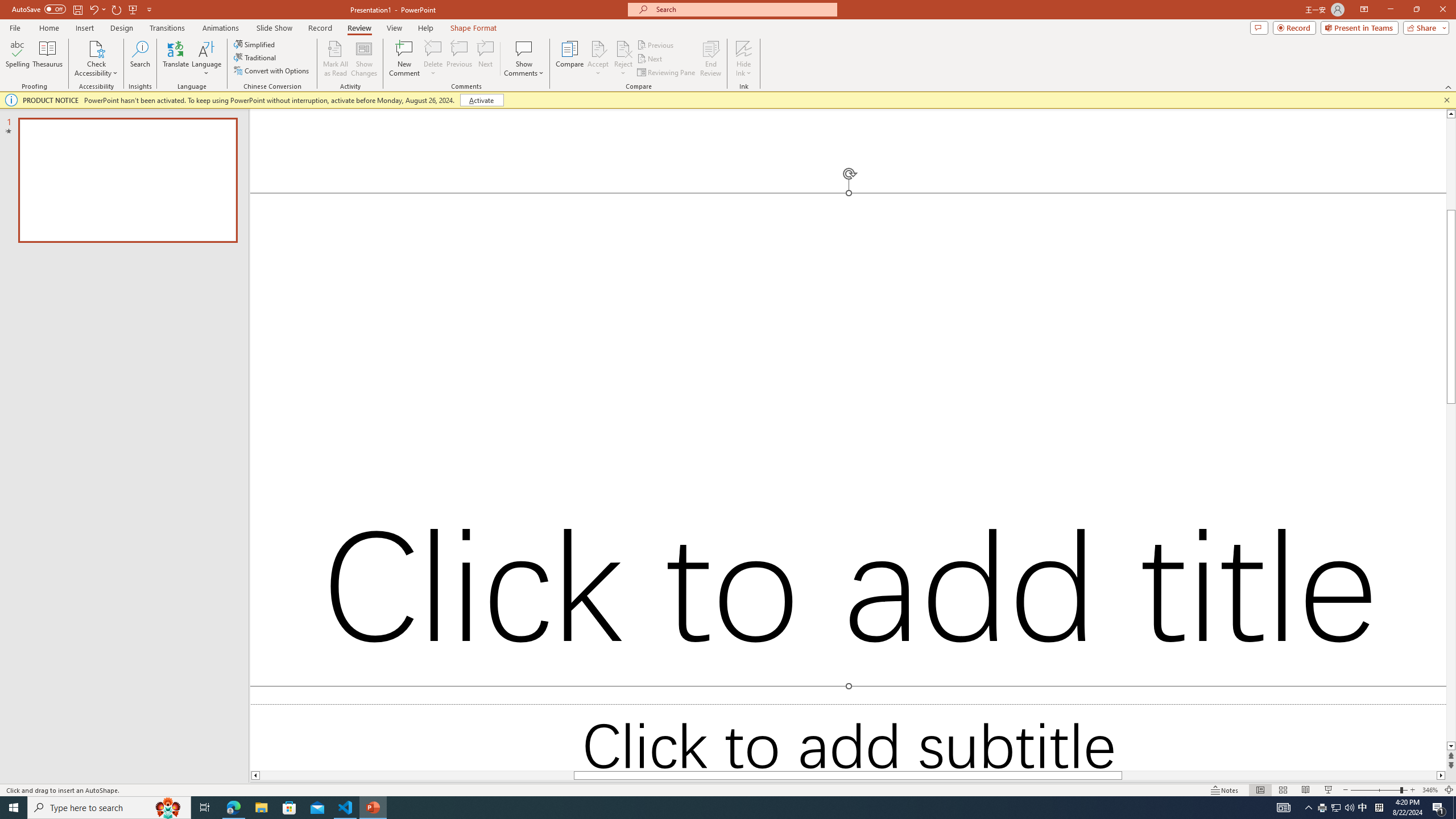 The image size is (1456, 819). Describe the element at coordinates (656, 44) in the screenshot. I see `'Previous'` at that location.